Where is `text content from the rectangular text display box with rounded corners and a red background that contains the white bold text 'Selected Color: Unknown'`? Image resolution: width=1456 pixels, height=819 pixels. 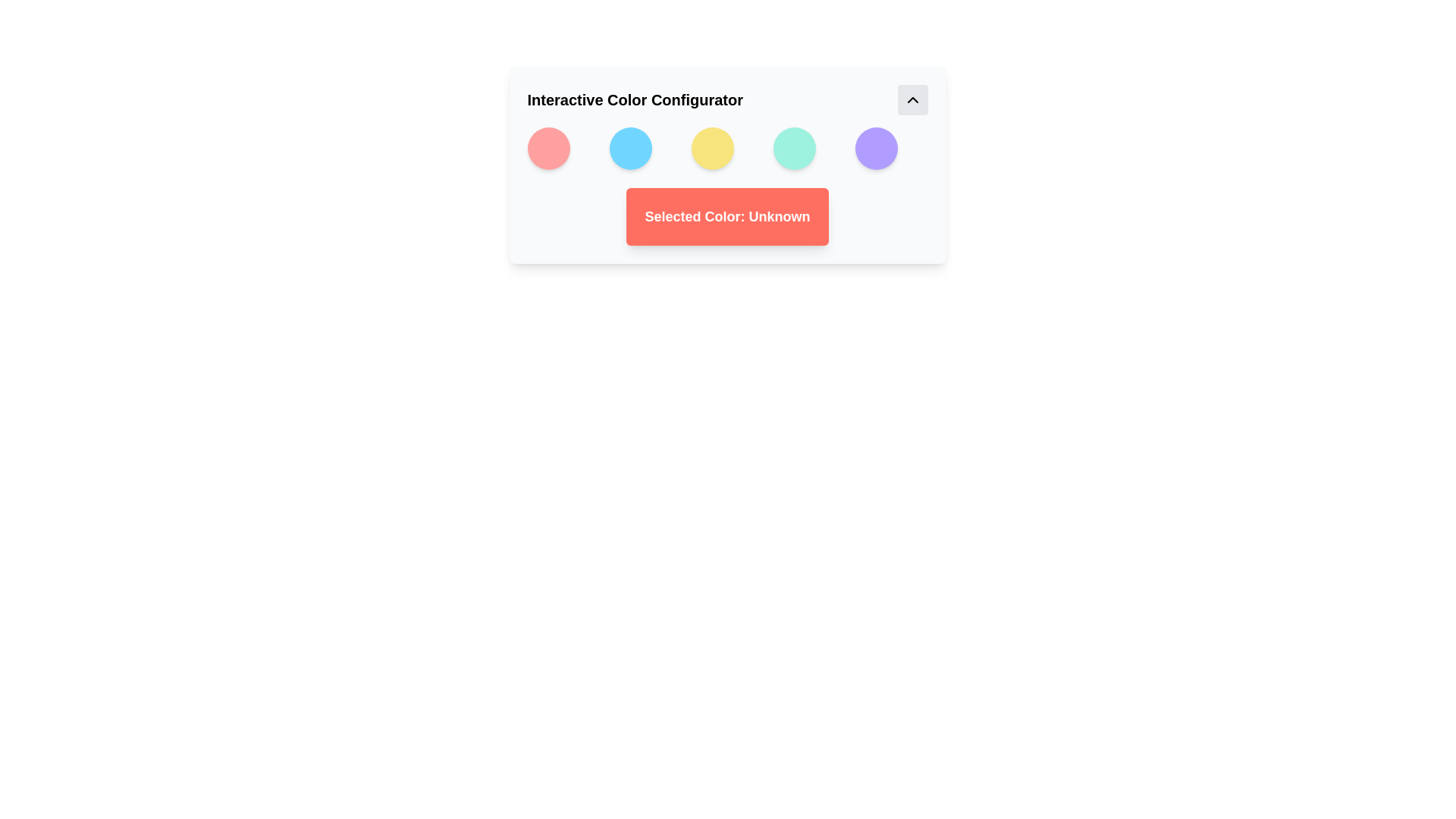 text content from the rectangular text display box with rounded corners and a red background that contains the white bold text 'Selected Color: Unknown' is located at coordinates (726, 216).